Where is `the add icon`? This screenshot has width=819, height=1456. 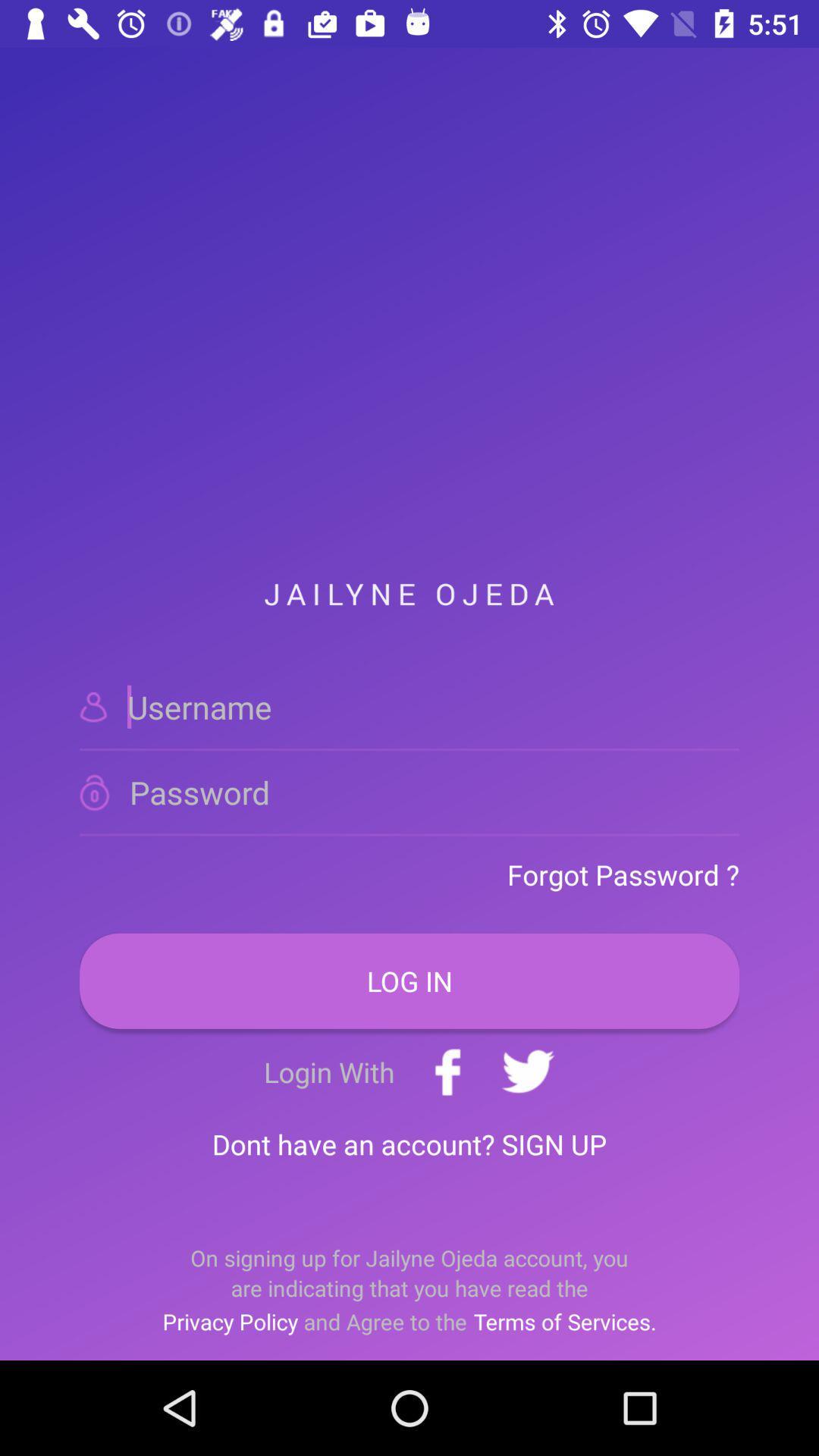 the add icon is located at coordinates (447, 1071).